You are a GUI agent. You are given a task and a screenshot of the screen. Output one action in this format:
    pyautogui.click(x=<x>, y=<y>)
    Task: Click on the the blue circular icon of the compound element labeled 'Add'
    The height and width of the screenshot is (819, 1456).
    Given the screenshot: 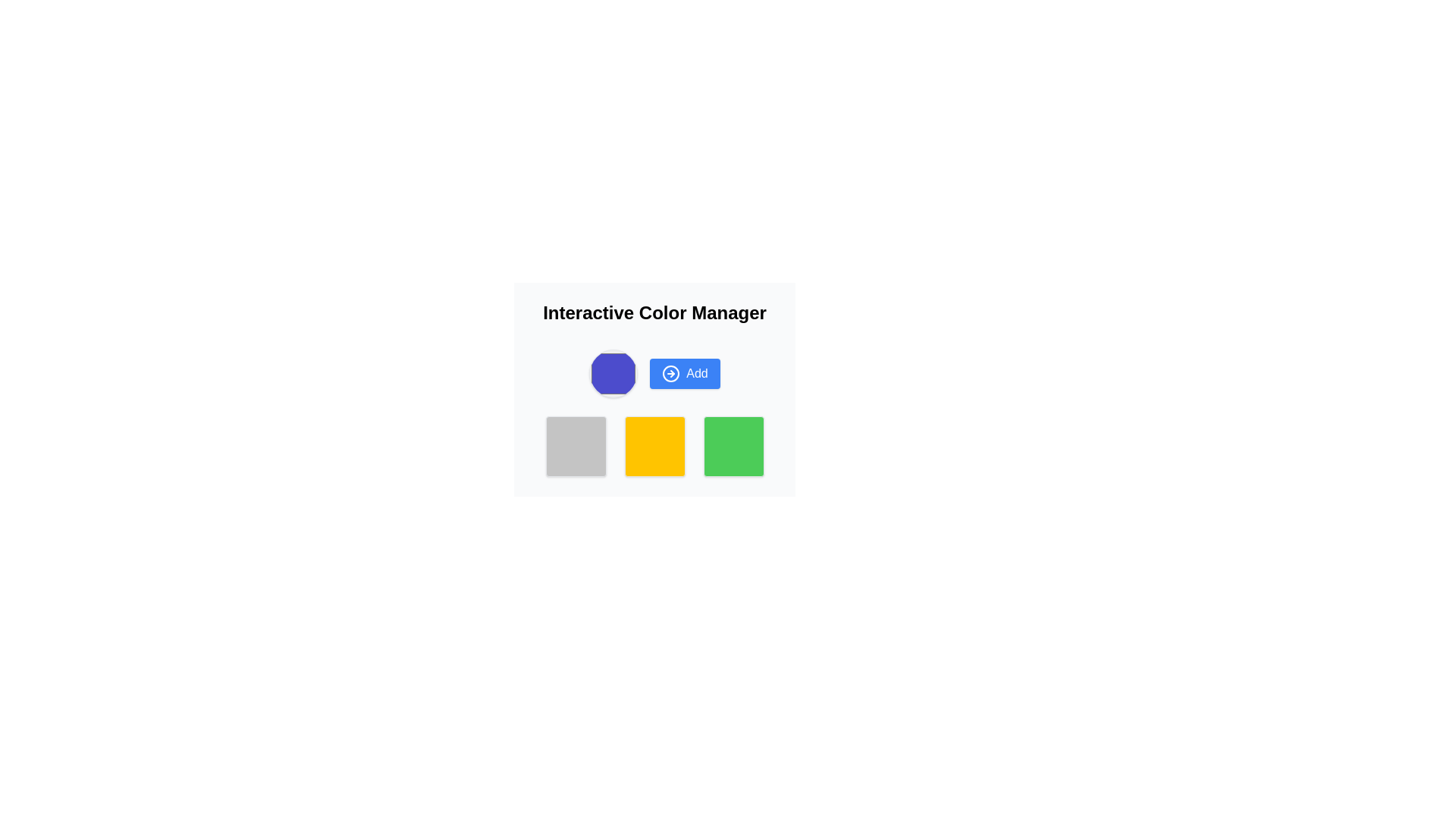 What is the action you would take?
    pyautogui.click(x=654, y=374)
    